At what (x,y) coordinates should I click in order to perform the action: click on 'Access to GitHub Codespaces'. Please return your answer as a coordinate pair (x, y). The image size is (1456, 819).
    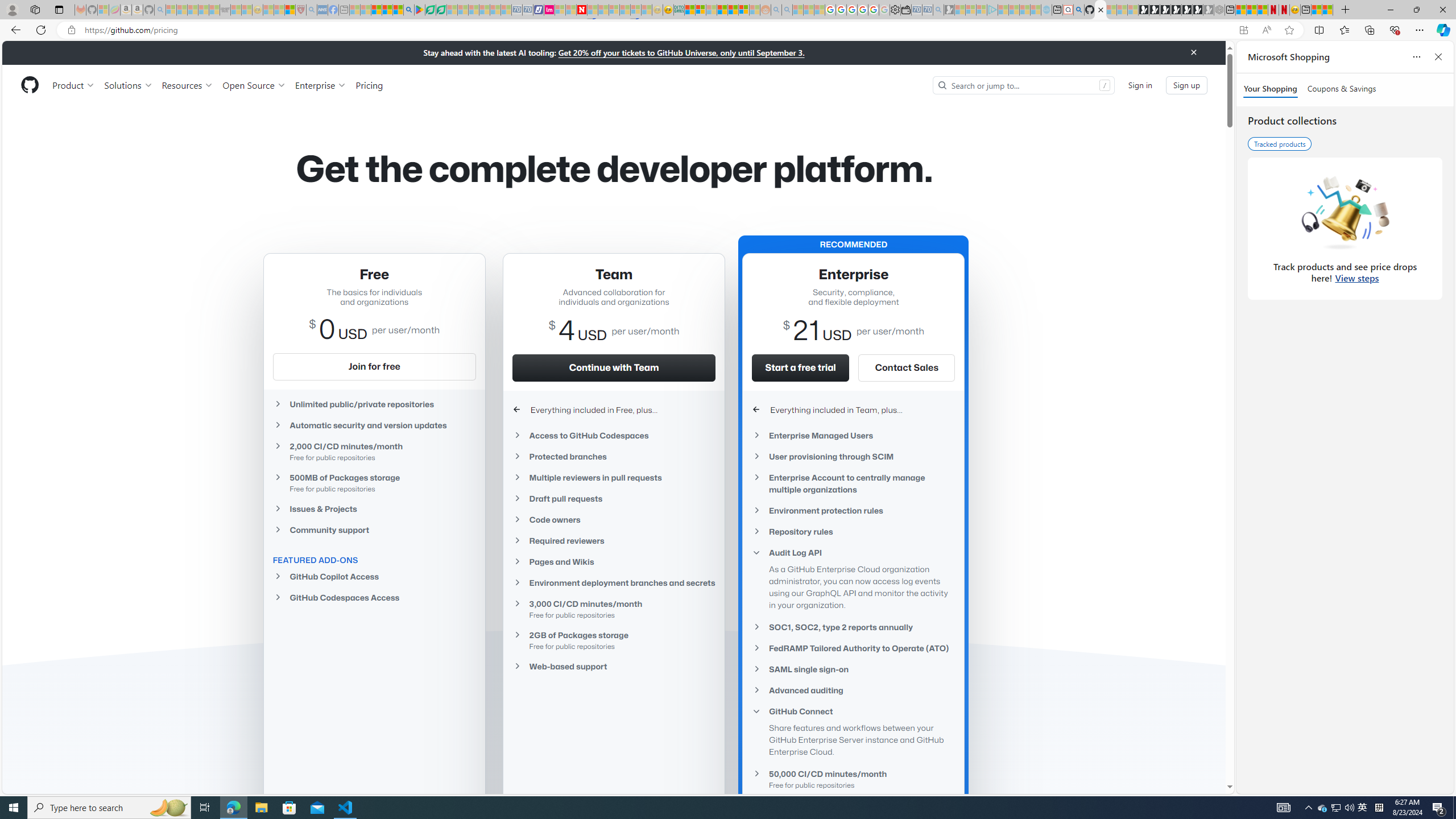
    Looking at the image, I should click on (614, 435).